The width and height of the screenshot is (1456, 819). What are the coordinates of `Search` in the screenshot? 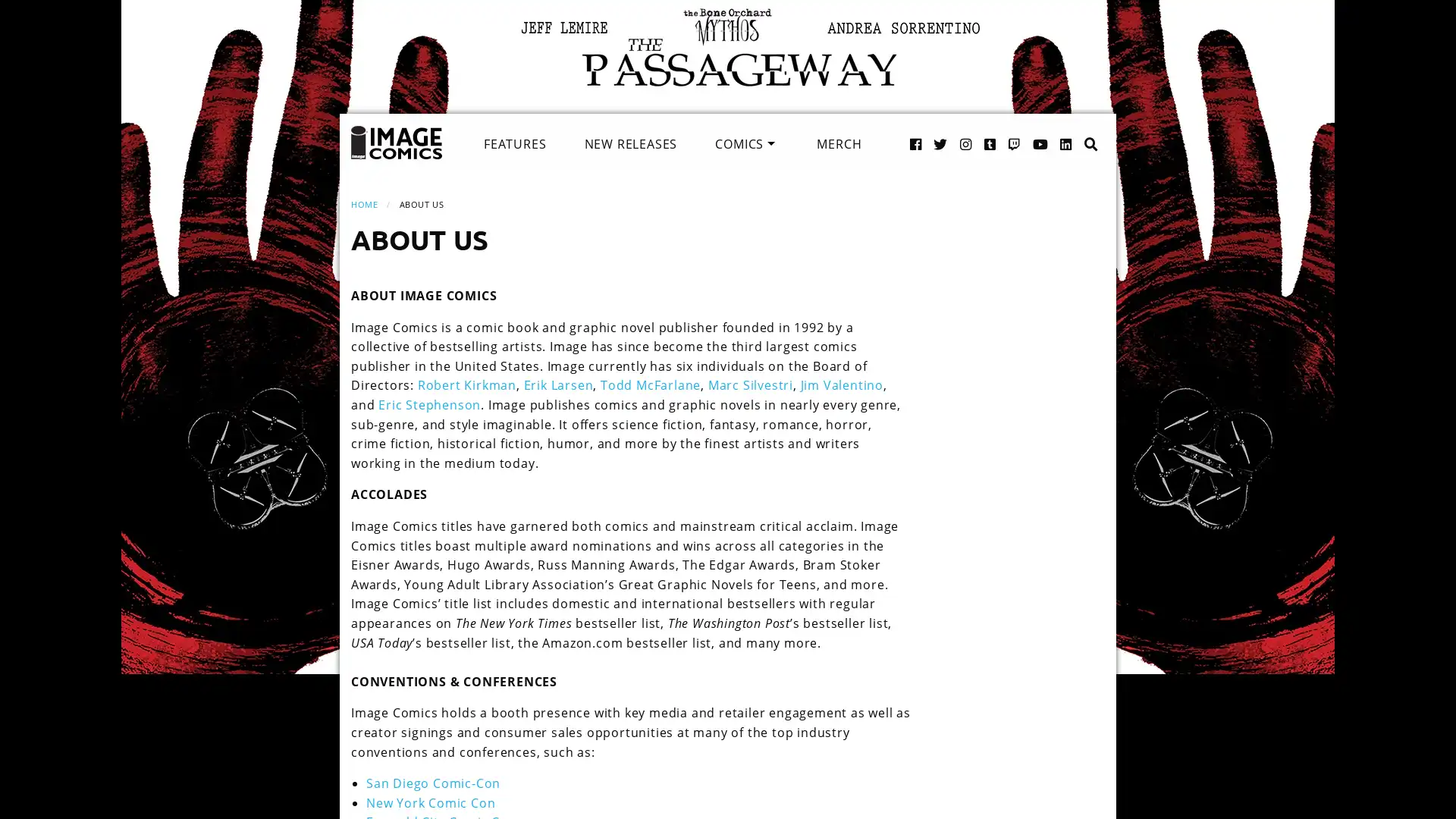 It's located at (1075, 127).